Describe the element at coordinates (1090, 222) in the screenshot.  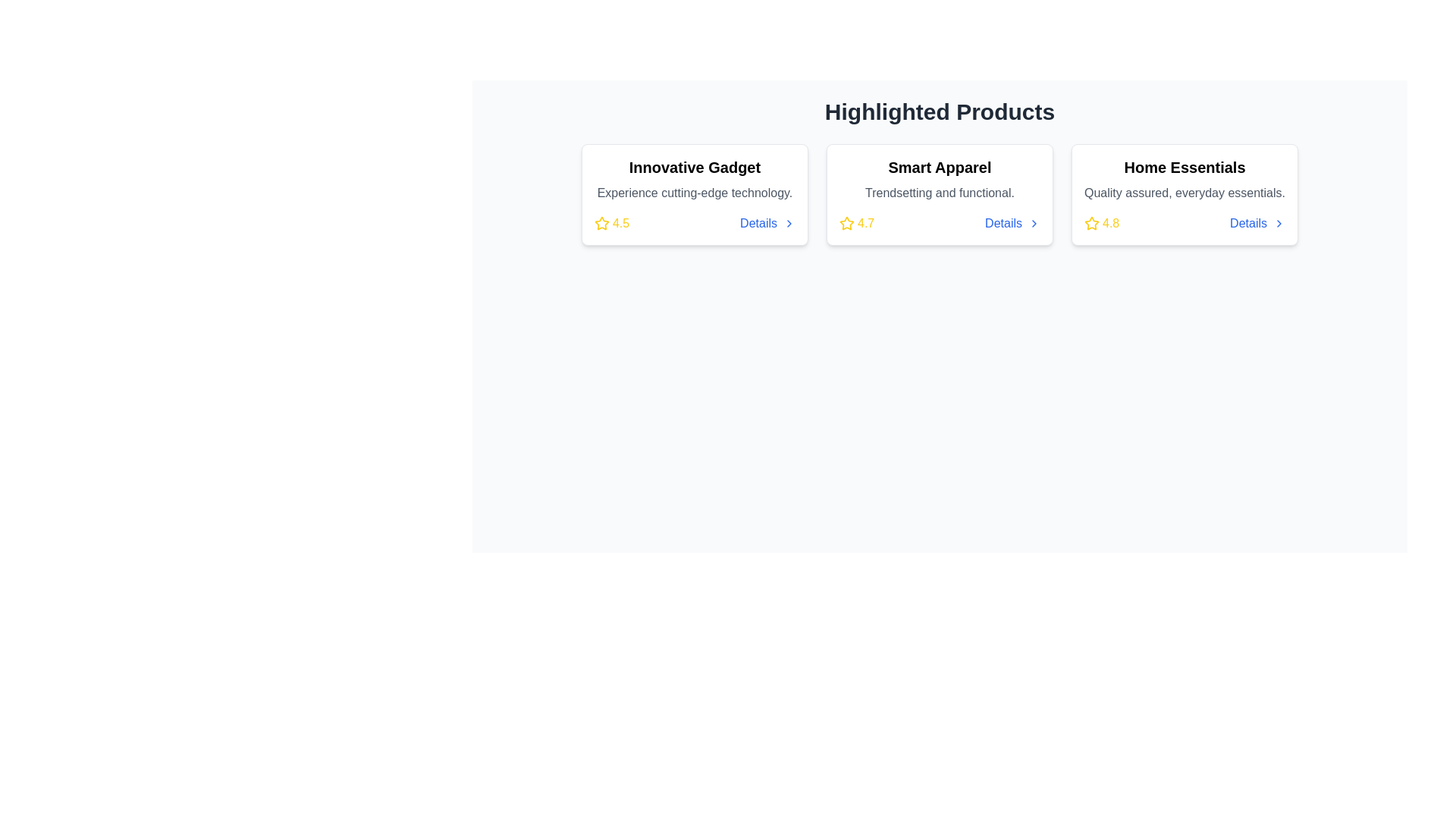
I see `the rating symbol icon located in the 'Home Essentials' section, positioned below its title and to the left of the numeric rating value '4.8'` at that location.